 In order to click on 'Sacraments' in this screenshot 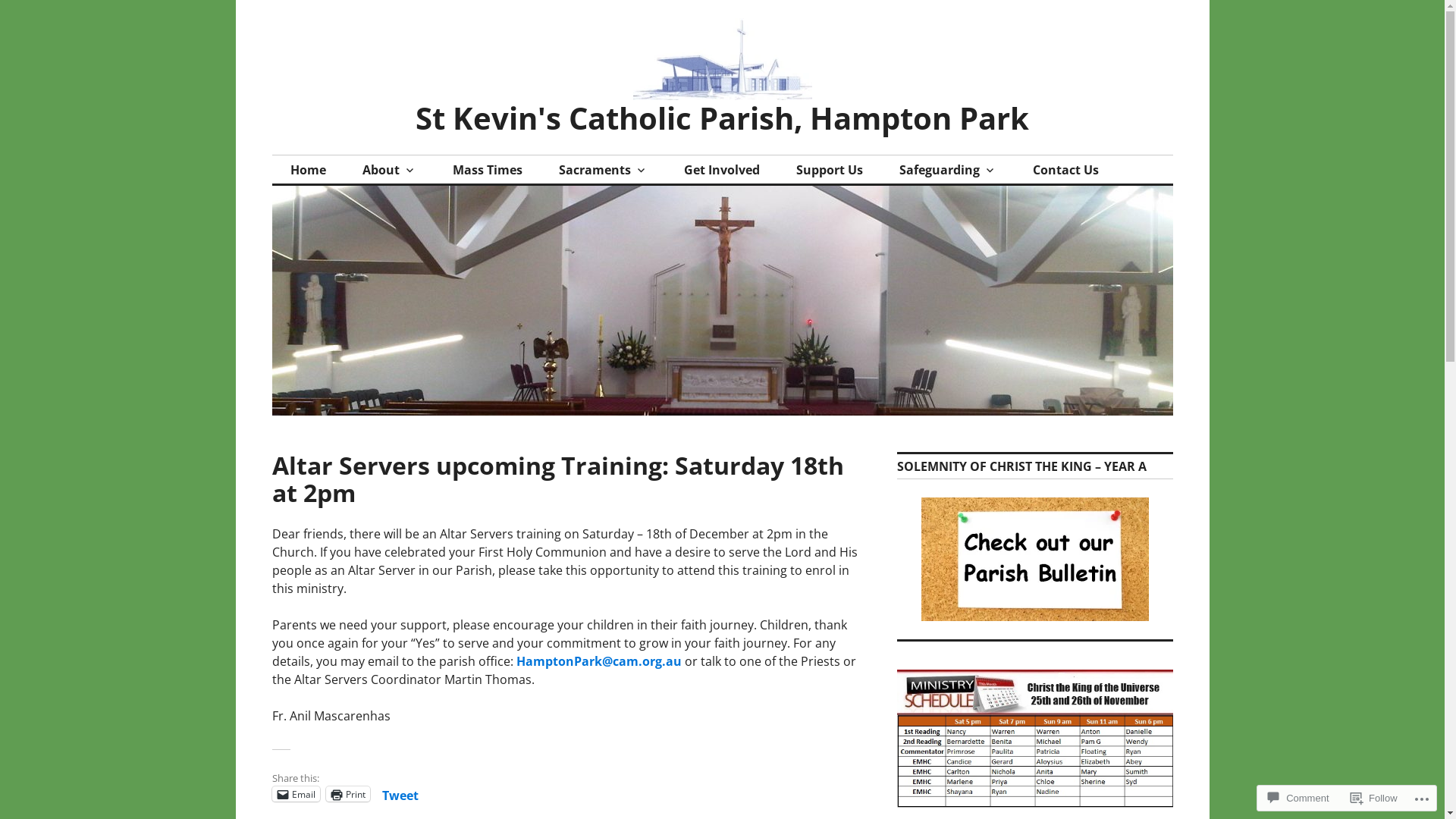, I will do `click(601, 169)`.